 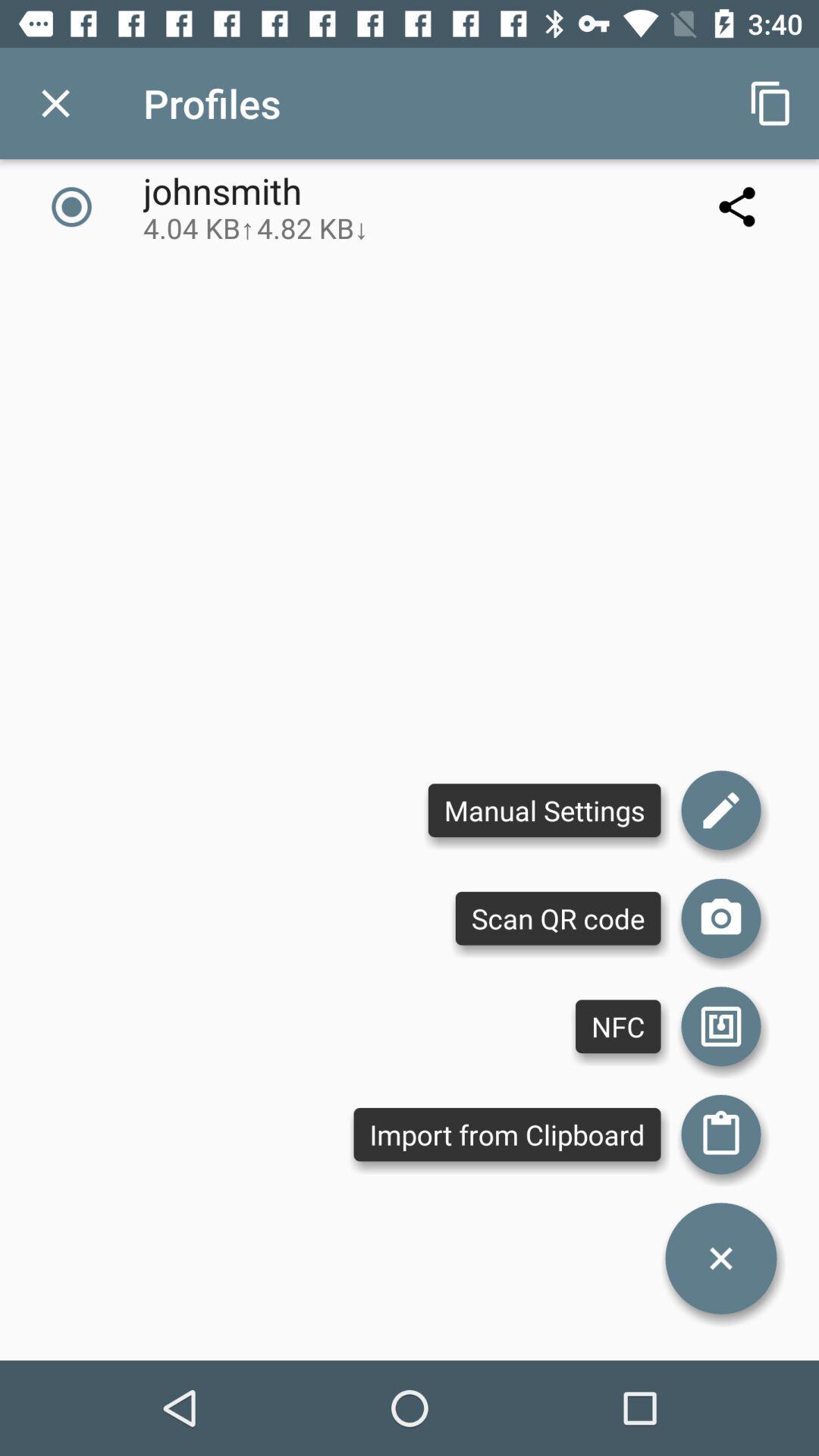 I want to click on scan qr code item, so click(x=558, y=918).